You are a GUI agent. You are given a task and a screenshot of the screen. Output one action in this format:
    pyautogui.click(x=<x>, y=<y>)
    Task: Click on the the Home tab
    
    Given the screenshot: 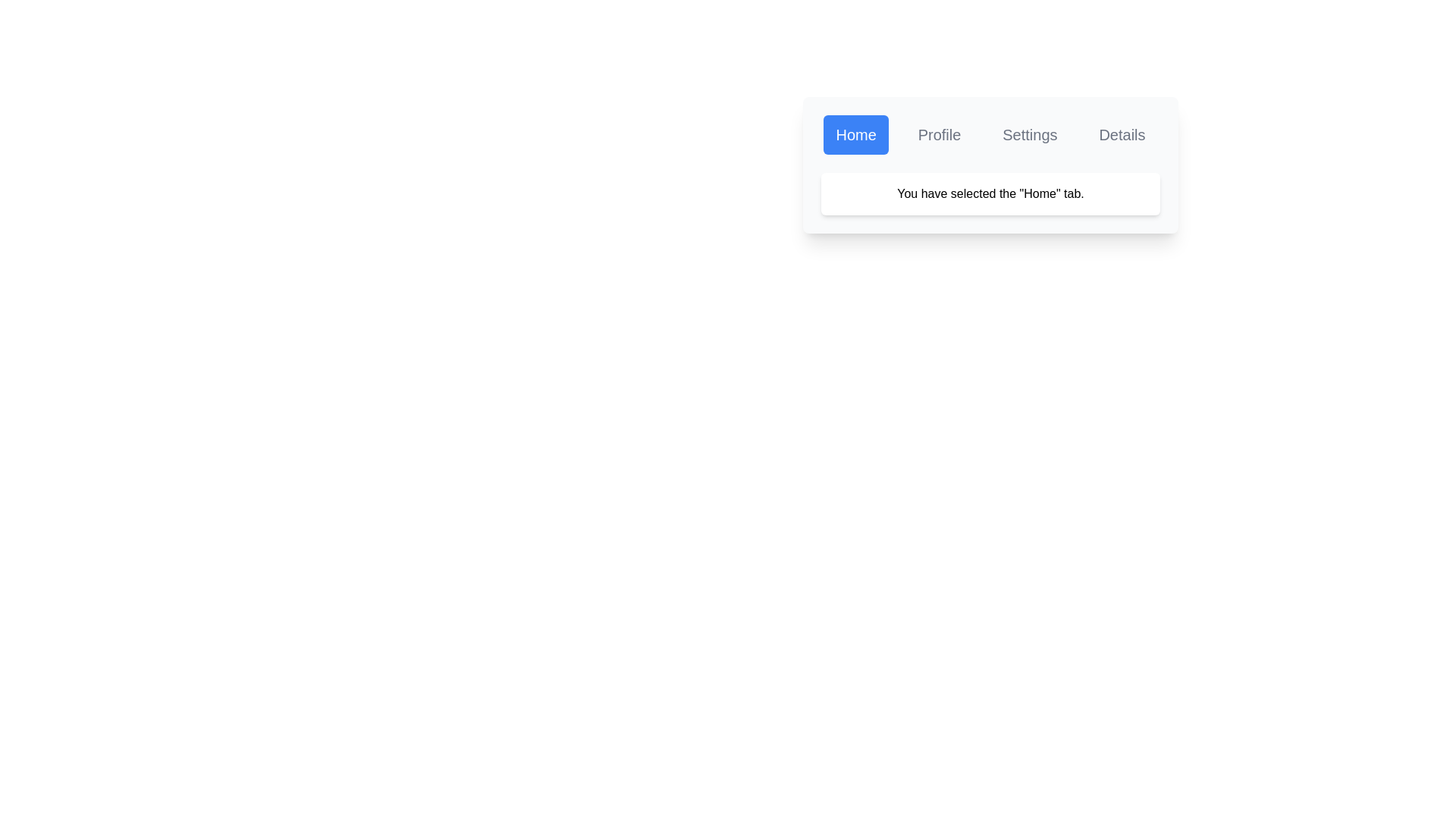 What is the action you would take?
    pyautogui.click(x=856, y=133)
    